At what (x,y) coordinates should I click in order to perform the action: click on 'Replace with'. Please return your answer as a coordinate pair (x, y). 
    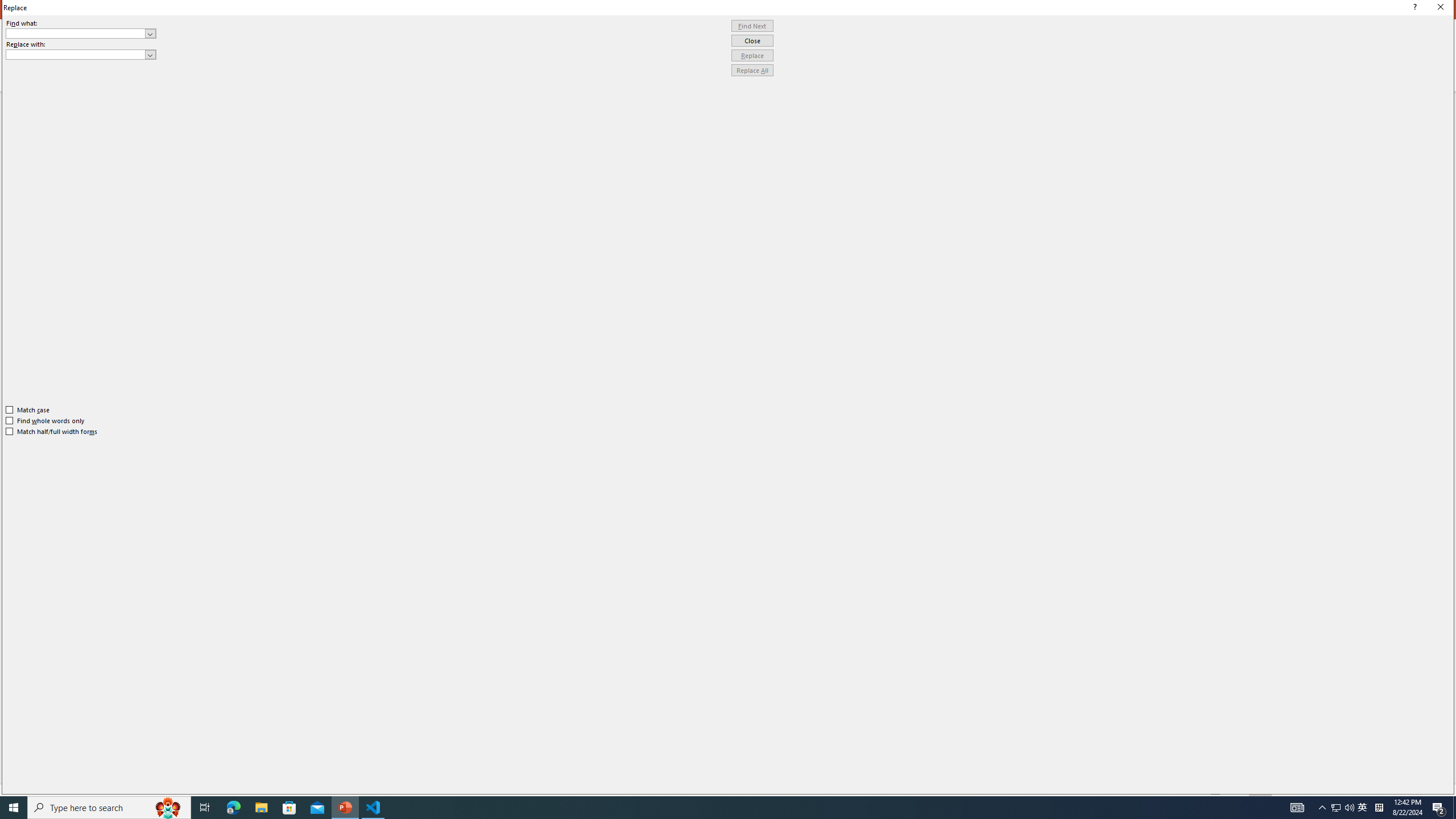
    Looking at the image, I should click on (81, 54).